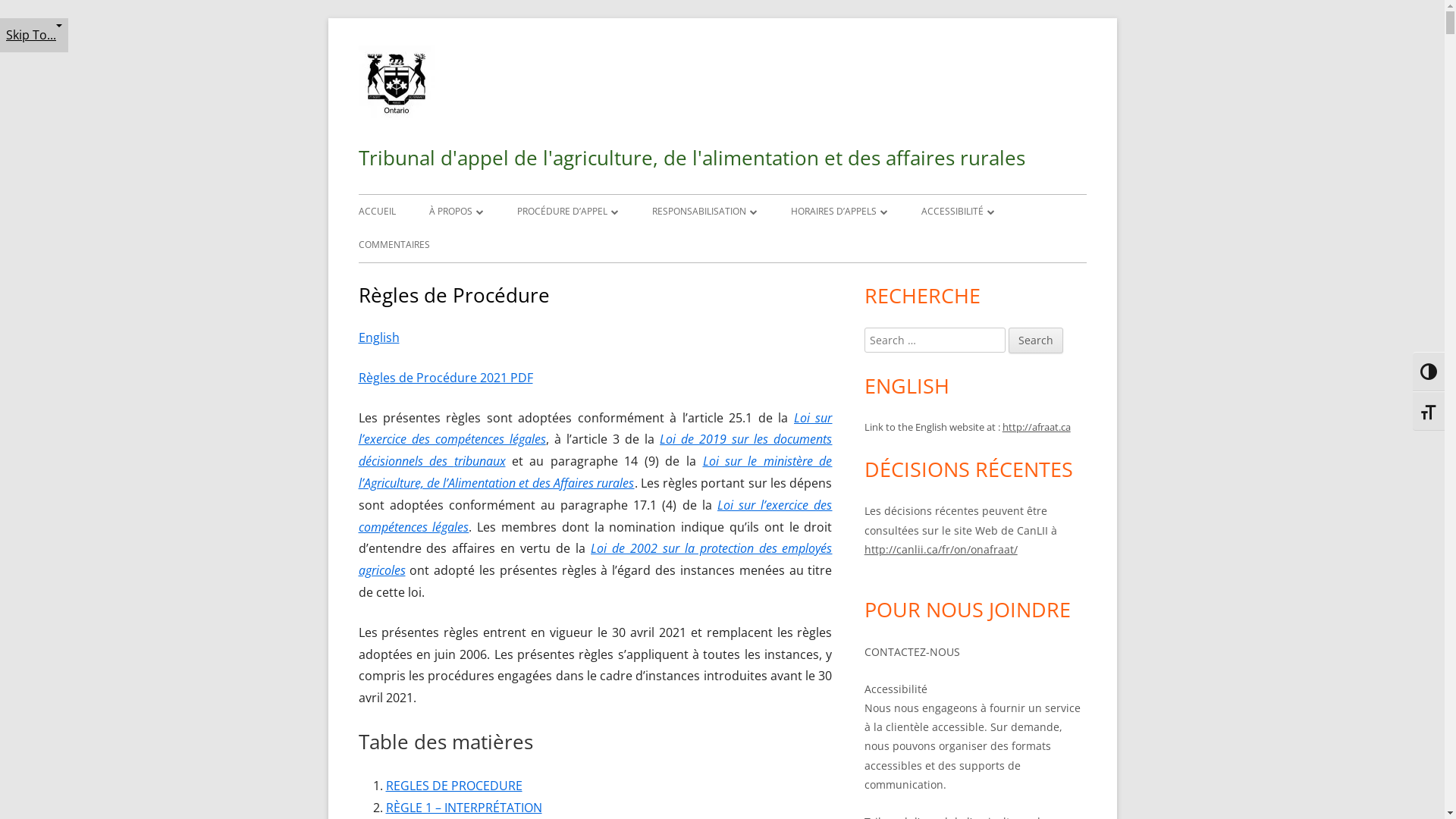 This screenshot has width=1456, height=819. What do you see at coordinates (940, 549) in the screenshot?
I see `'http://canlii.ca/fr/on/onafraat/'` at bounding box center [940, 549].